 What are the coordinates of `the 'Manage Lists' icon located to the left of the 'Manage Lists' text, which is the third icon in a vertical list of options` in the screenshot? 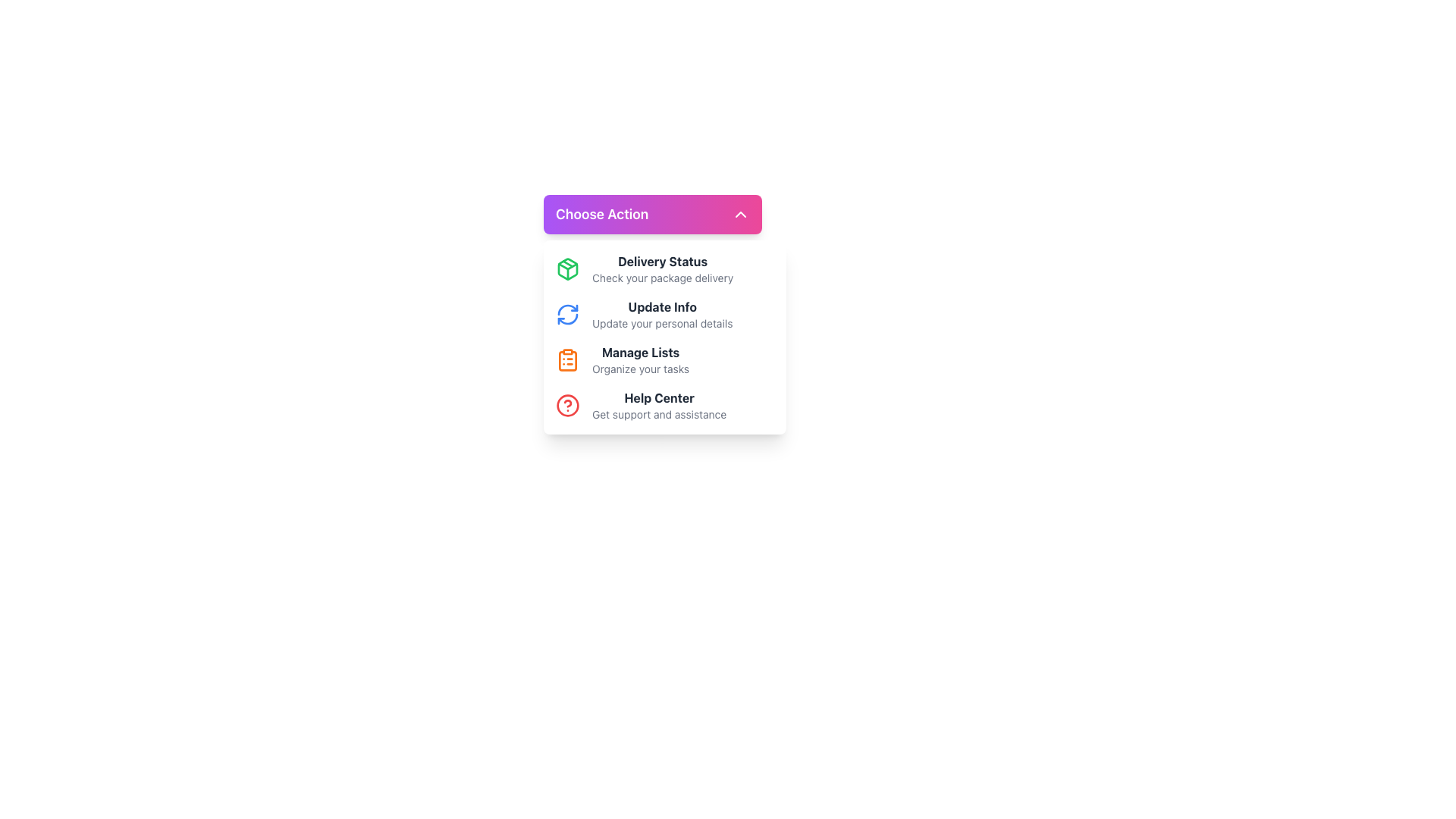 It's located at (566, 359).